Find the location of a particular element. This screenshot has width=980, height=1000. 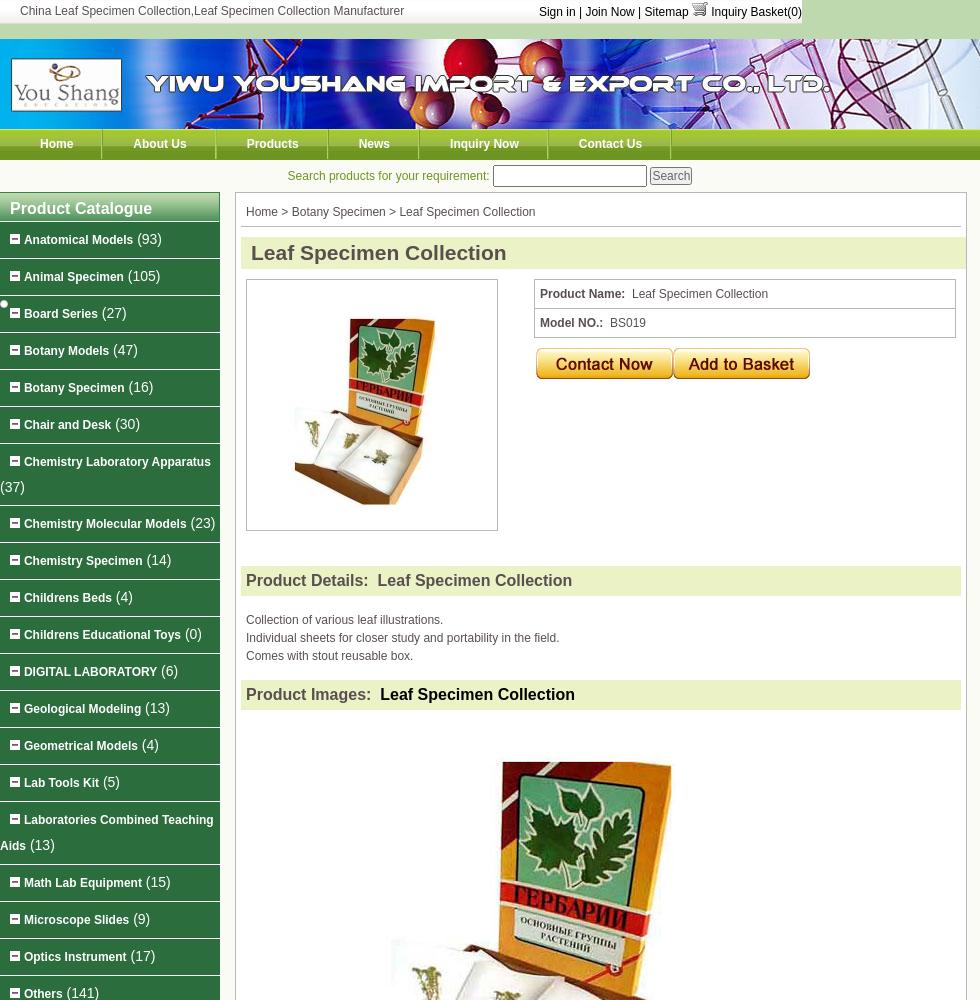

'Laboratories Combined Teaching Aids' is located at coordinates (106, 832).